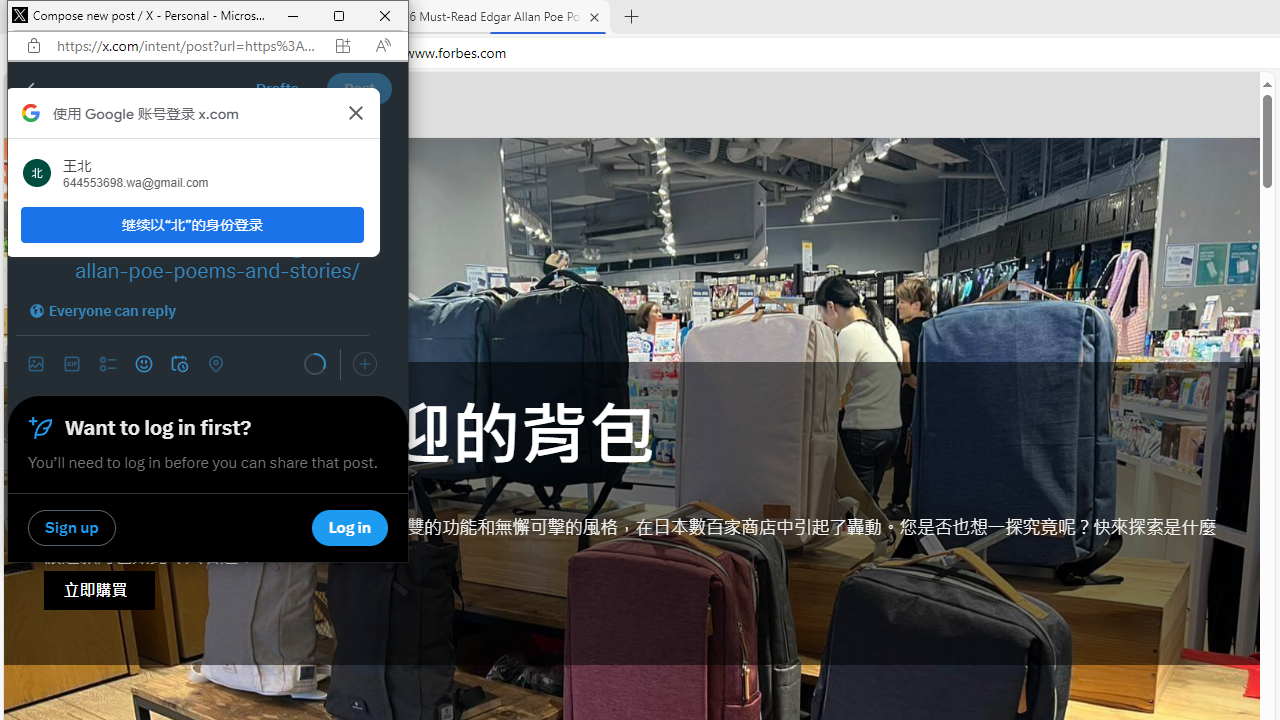 This screenshot has height=720, width=1280. What do you see at coordinates (343, 45) in the screenshot?
I see `'App available. Install X'` at bounding box center [343, 45].